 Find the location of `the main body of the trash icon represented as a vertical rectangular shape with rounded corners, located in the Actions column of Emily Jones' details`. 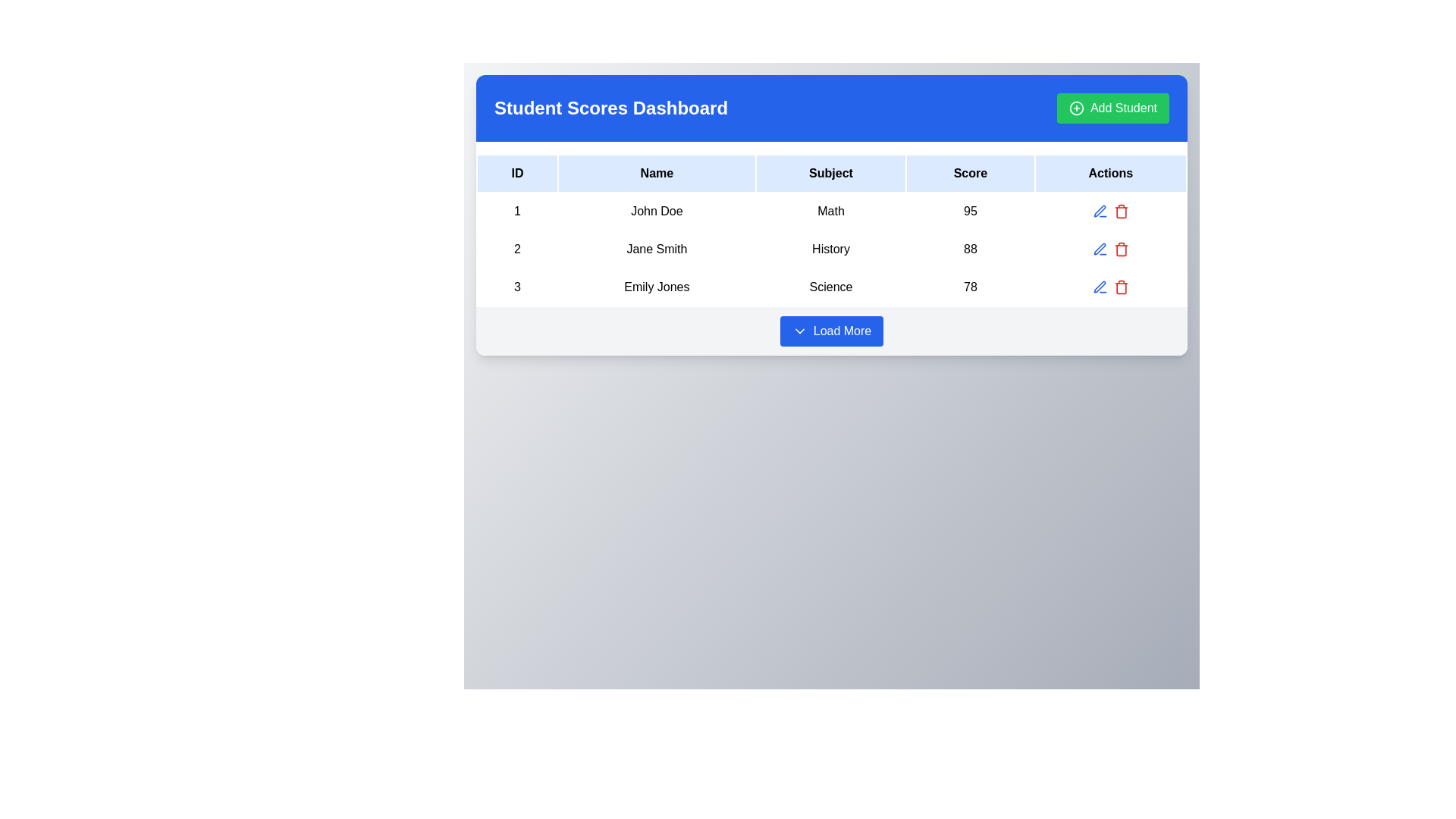

the main body of the trash icon represented as a vertical rectangular shape with rounded corners, located in the Actions column of Emily Jones' details is located at coordinates (1121, 288).